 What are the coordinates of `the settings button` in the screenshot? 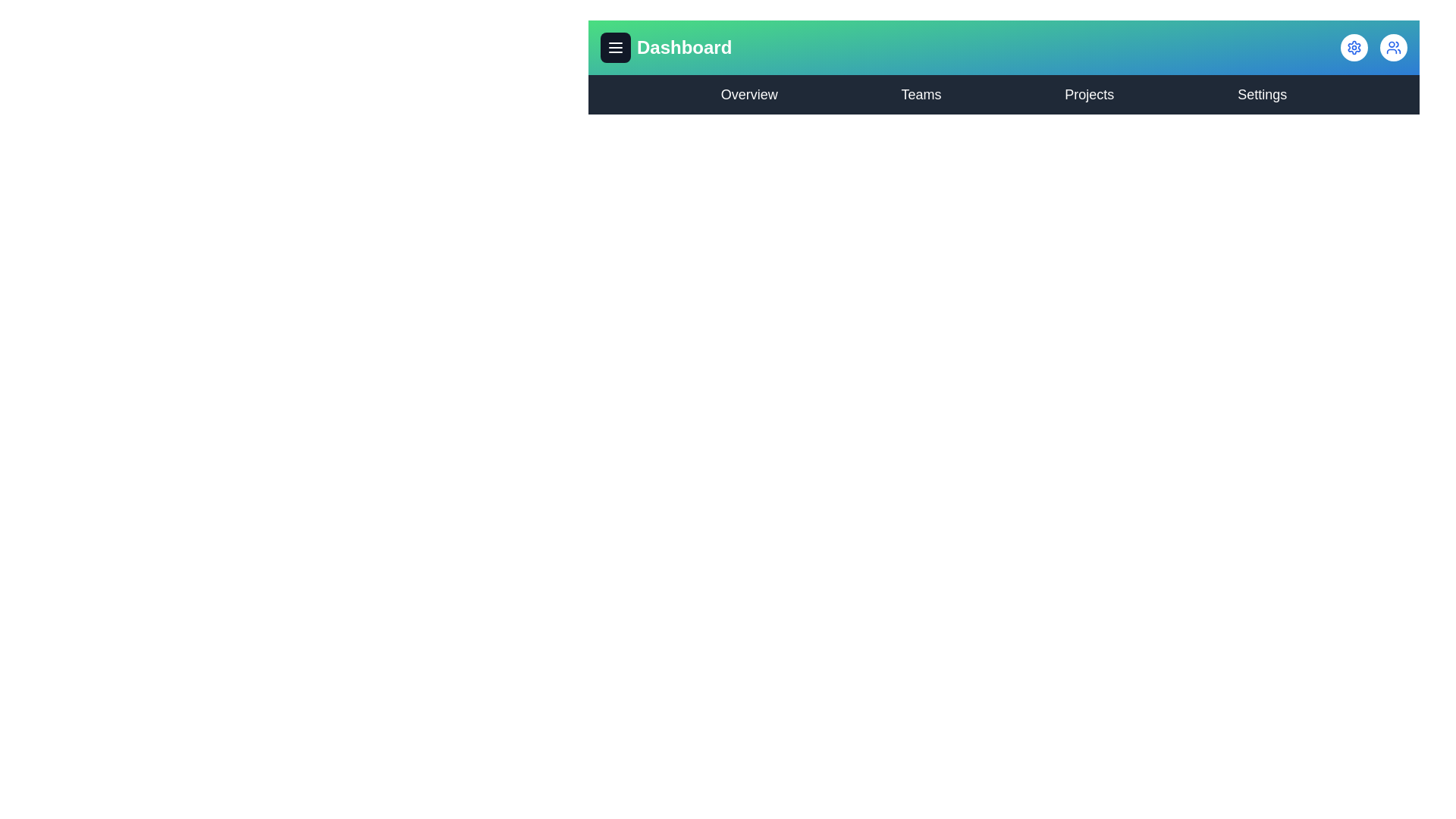 It's located at (1354, 46).